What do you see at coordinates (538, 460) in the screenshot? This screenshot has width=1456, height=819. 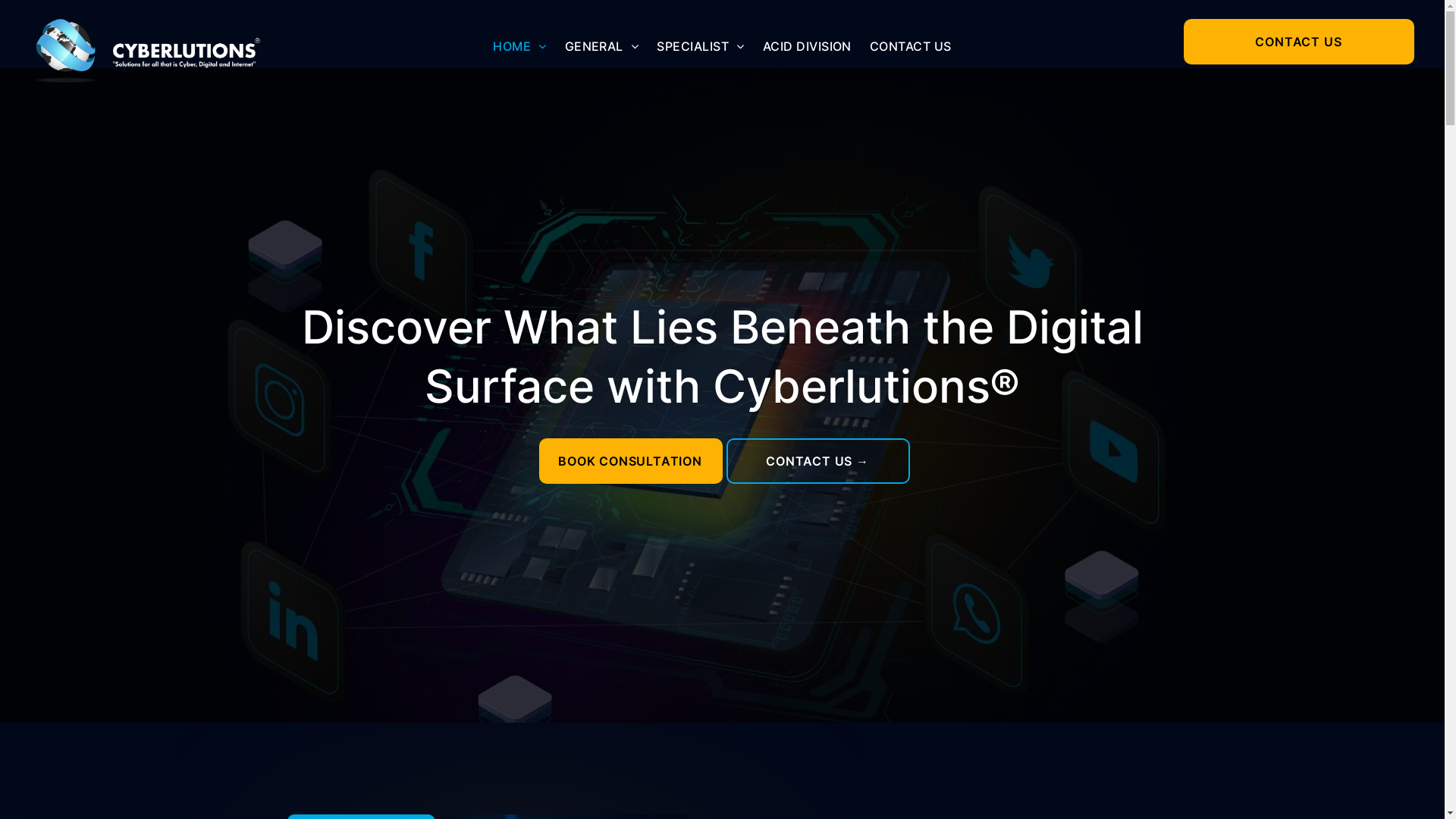 I see `'BOOK CONSULTATION'` at bounding box center [538, 460].